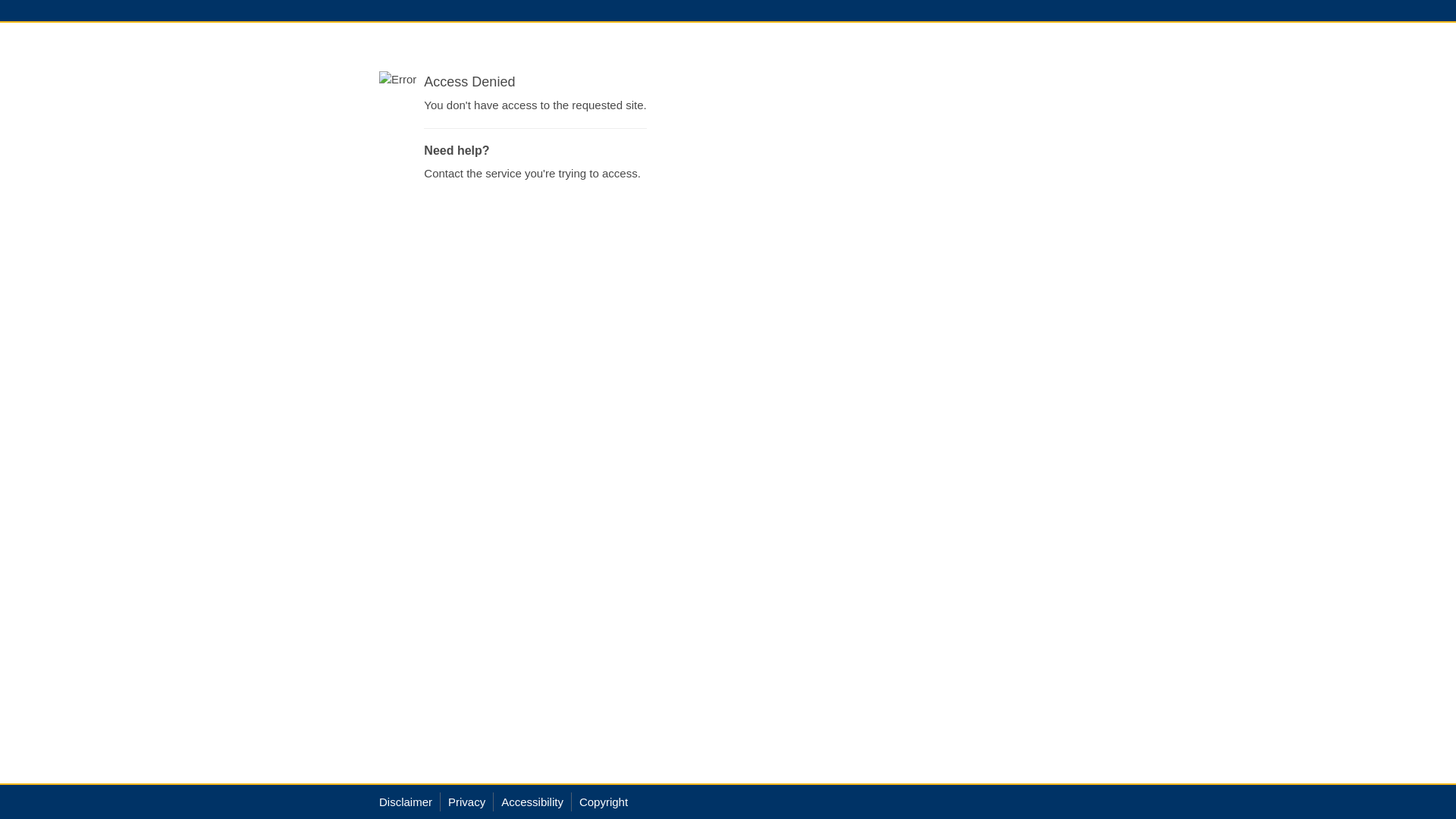 This screenshot has height=819, width=1456. I want to click on 'Accessibility', so click(532, 801).